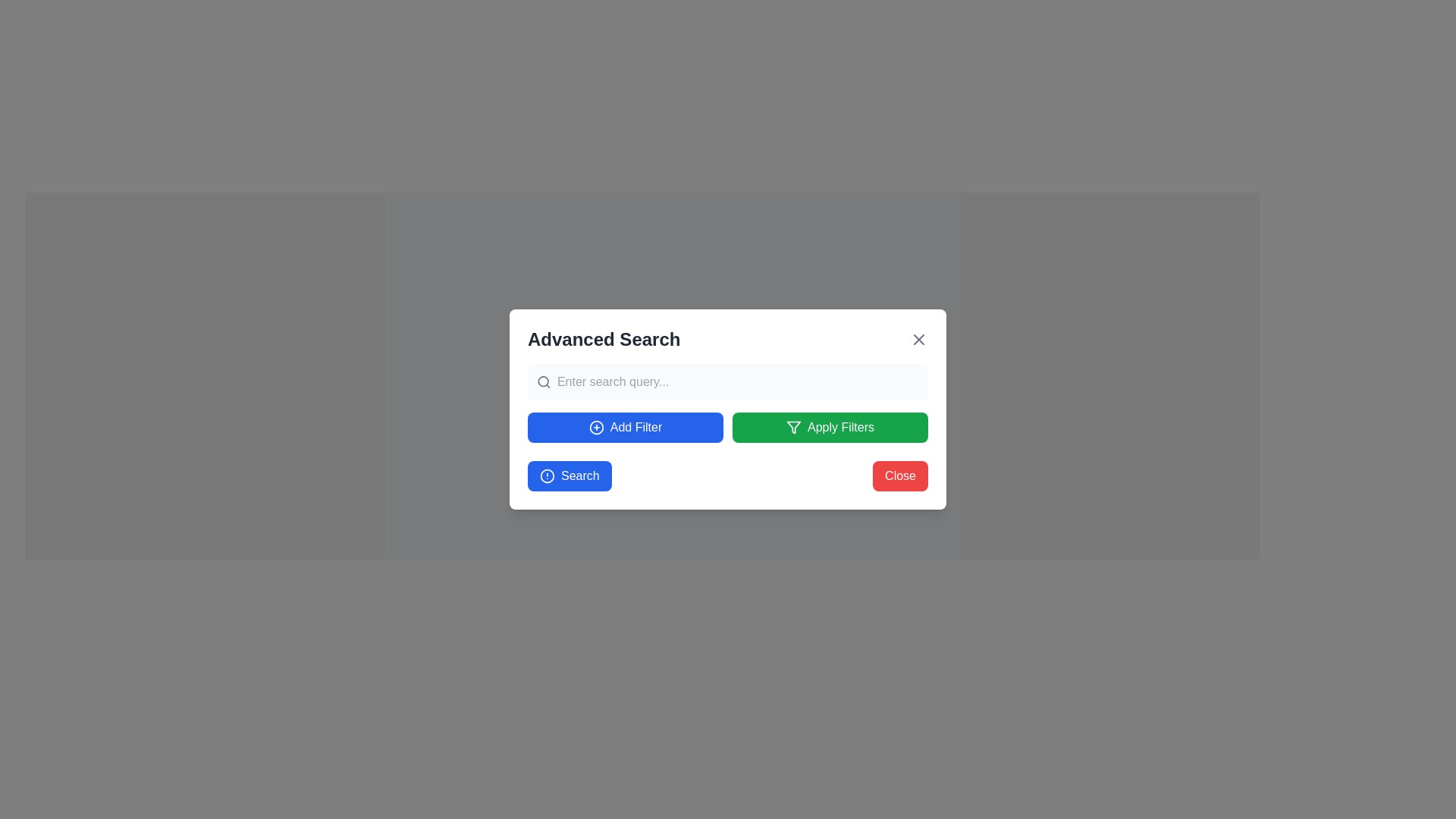 Image resolution: width=1456 pixels, height=819 pixels. I want to click on the SVG circle element that is part of the 'Add Filter' button in the 'Advanced Search' modal, which is the first button from the left in the second row of buttons, so click(595, 427).